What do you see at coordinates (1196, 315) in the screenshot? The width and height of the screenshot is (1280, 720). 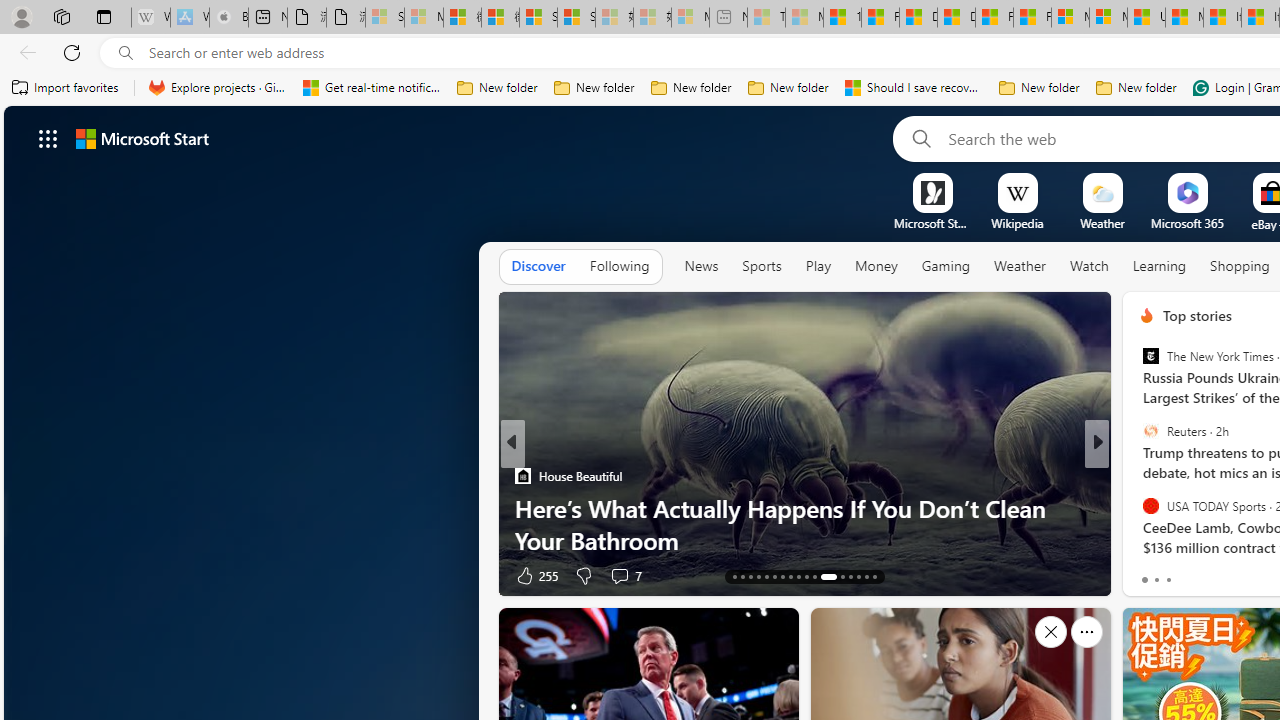 I see `'Top stories'` at bounding box center [1196, 315].